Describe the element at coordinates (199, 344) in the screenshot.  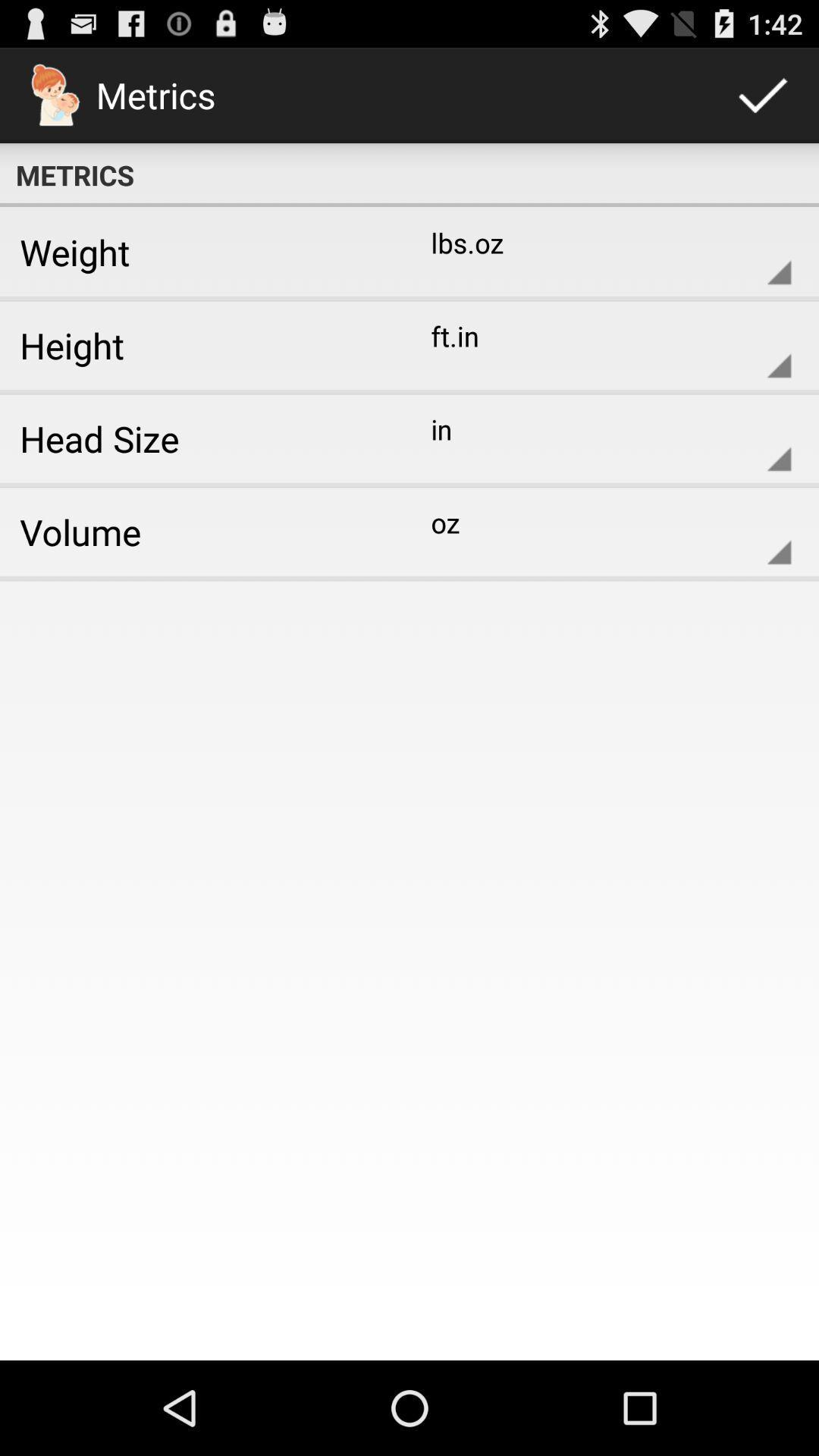
I see `the height item` at that location.